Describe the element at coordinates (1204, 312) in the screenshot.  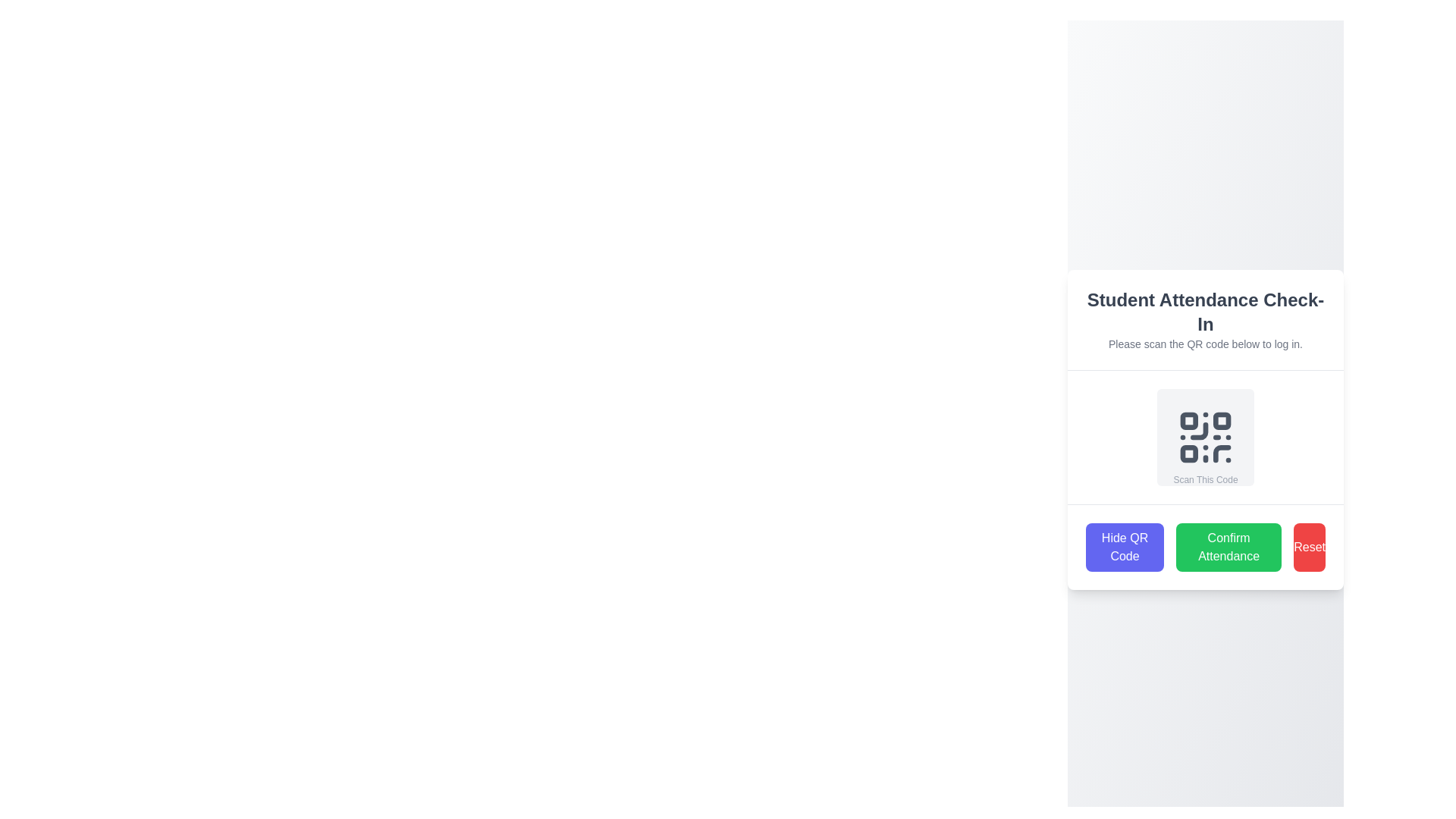
I see `the Text Header indicating the functionality for student attendance check-in, located at the top of the interface section` at that location.